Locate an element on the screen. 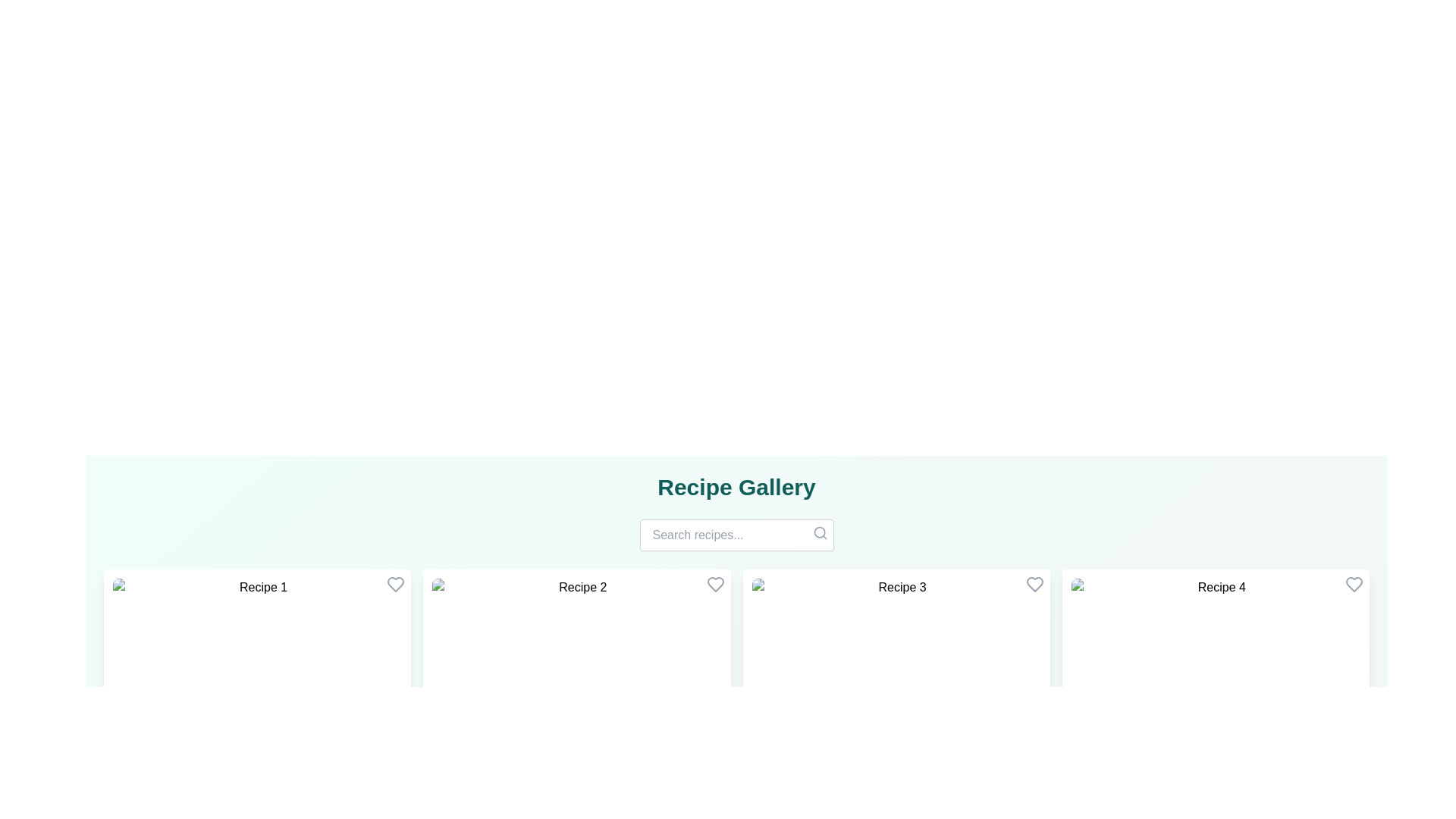 This screenshot has width=1456, height=819. the card representing 'Recipe 3' in the recipe gallery is located at coordinates (896, 687).